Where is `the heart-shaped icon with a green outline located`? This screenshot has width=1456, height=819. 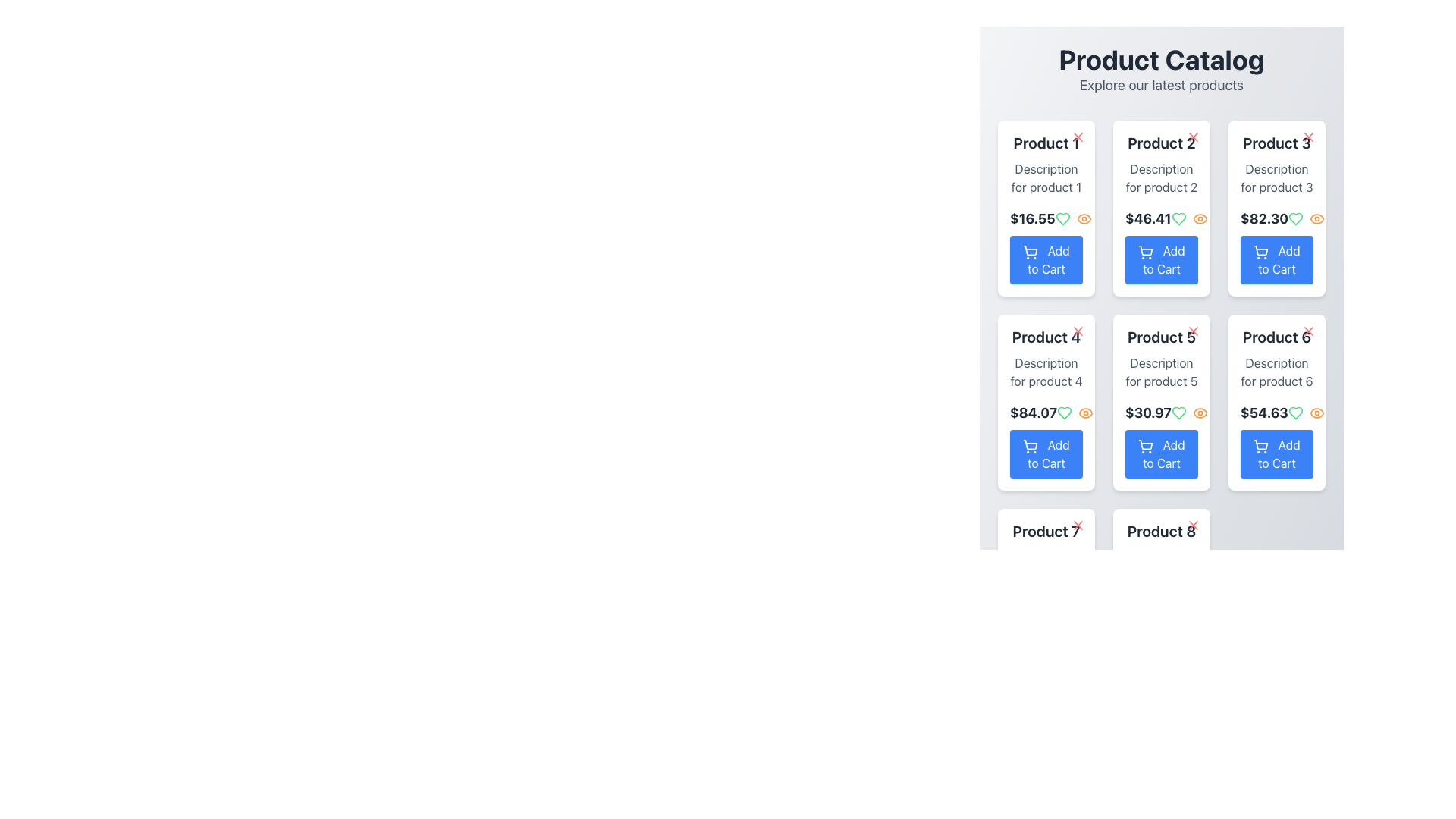 the heart-shaped icon with a green outline located is located at coordinates (1294, 413).